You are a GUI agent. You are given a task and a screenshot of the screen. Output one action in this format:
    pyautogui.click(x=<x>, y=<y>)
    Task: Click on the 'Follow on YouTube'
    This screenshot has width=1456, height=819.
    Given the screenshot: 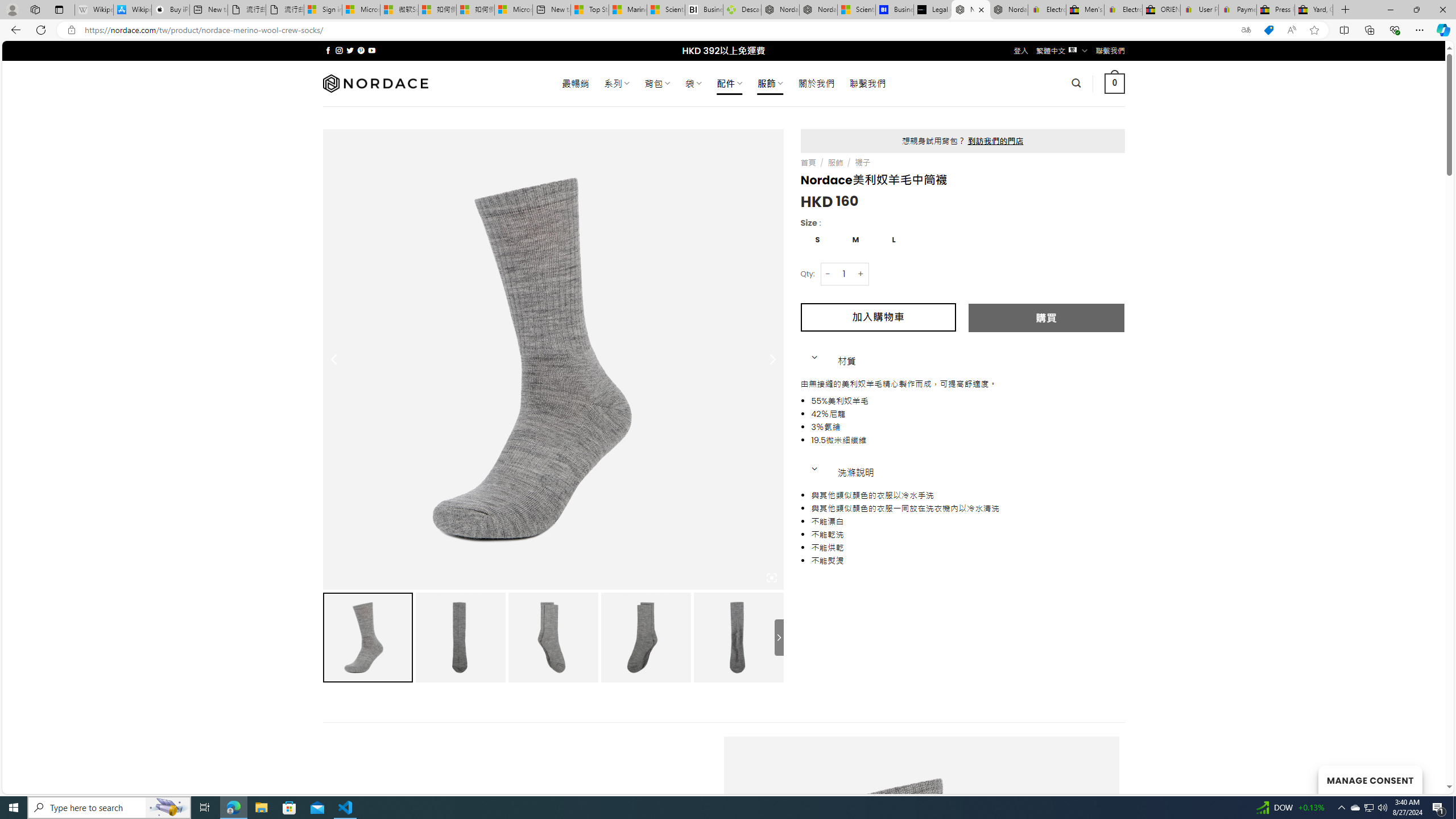 What is the action you would take?
    pyautogui.click(x=371, y=50)
    